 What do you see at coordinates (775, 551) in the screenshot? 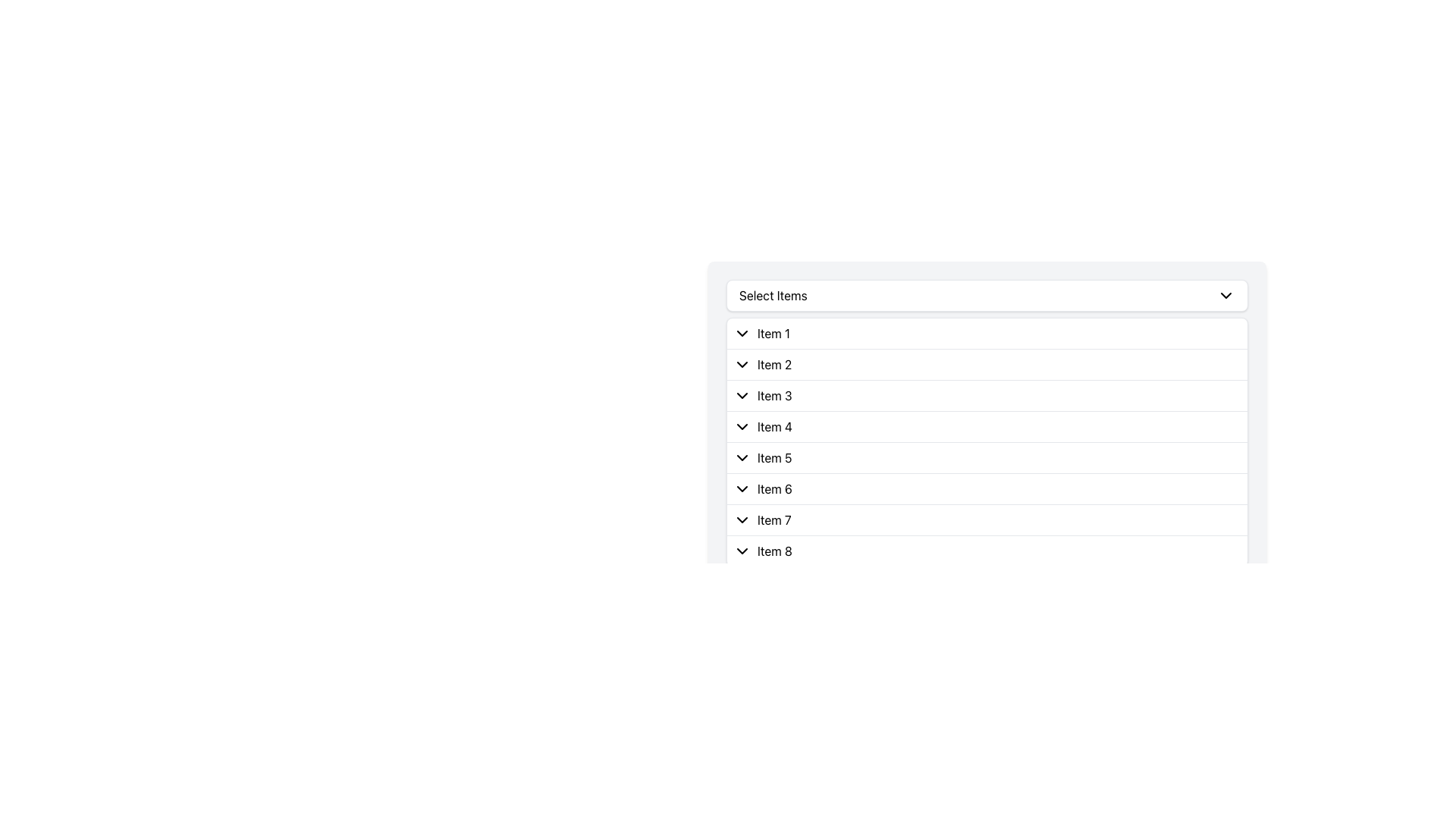
I see `the text label representing the eighth item in the dropdown list for selection` at bounding box center [775, 551].